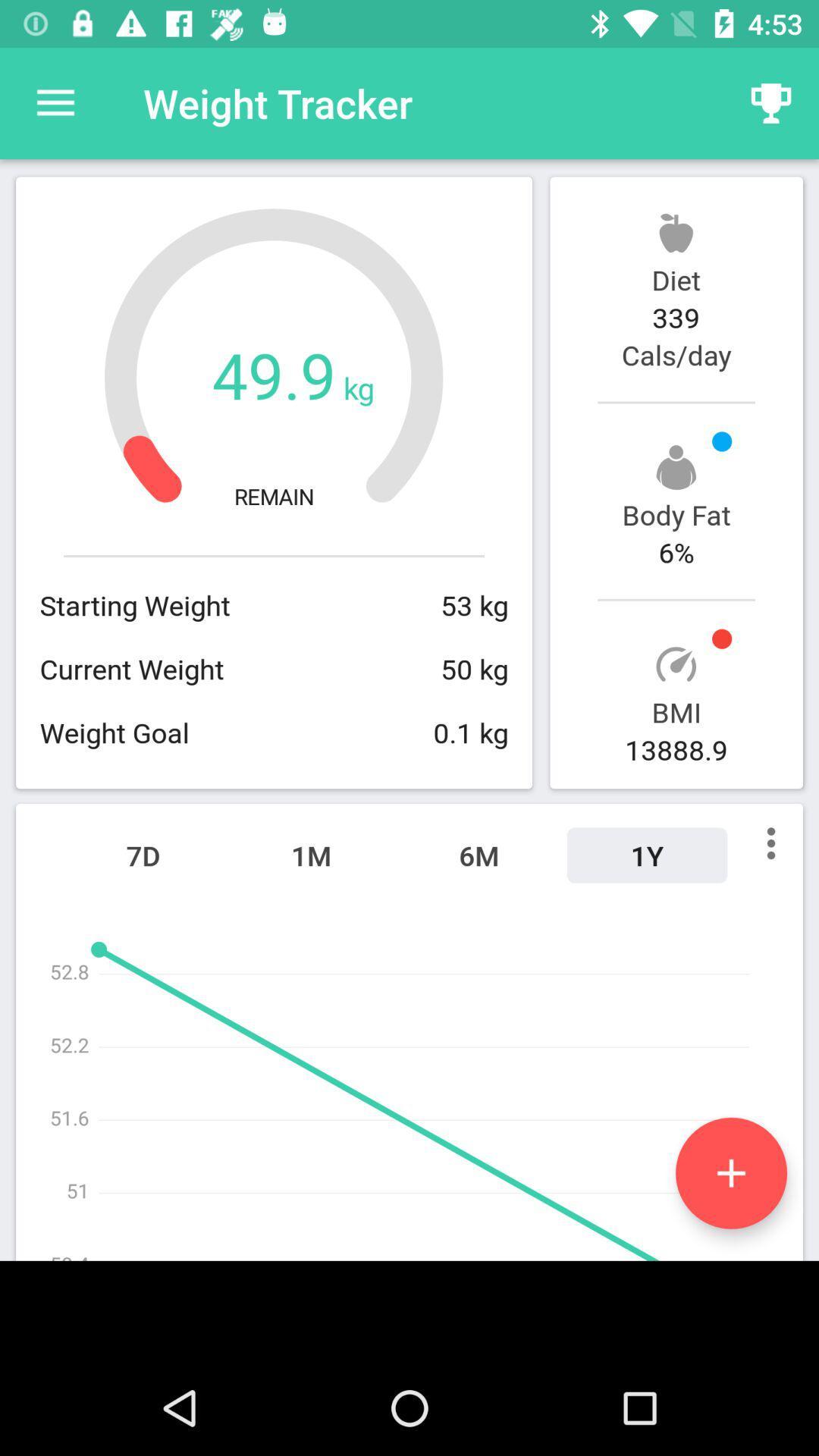  I want to click on expands graph, so click(730, 1172).